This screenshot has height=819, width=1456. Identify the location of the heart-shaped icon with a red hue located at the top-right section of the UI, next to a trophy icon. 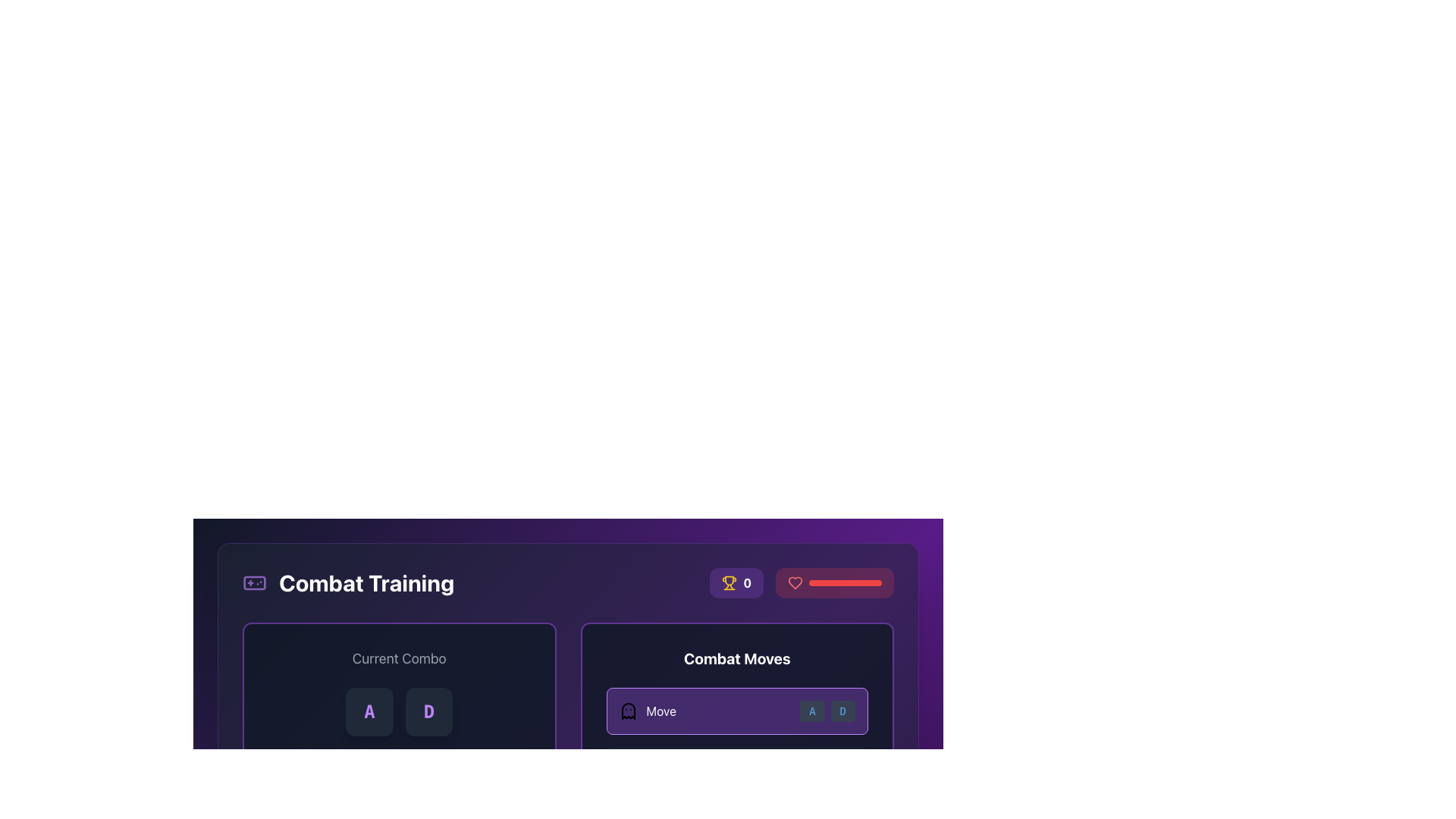
(795, 582).